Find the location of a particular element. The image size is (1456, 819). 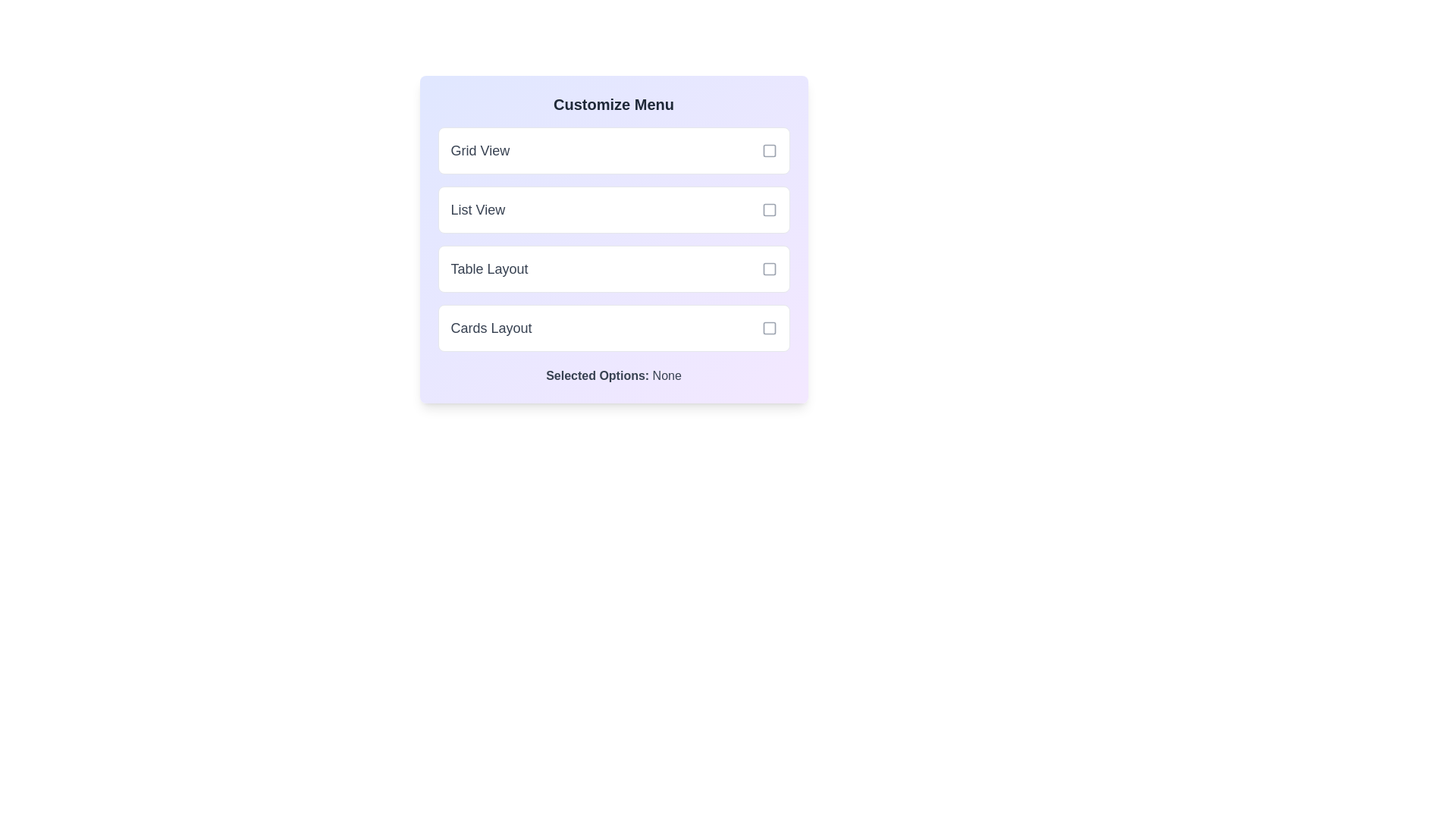

the interactive checkbox for the 'Grid View' option is located at coordinates (769, 151).